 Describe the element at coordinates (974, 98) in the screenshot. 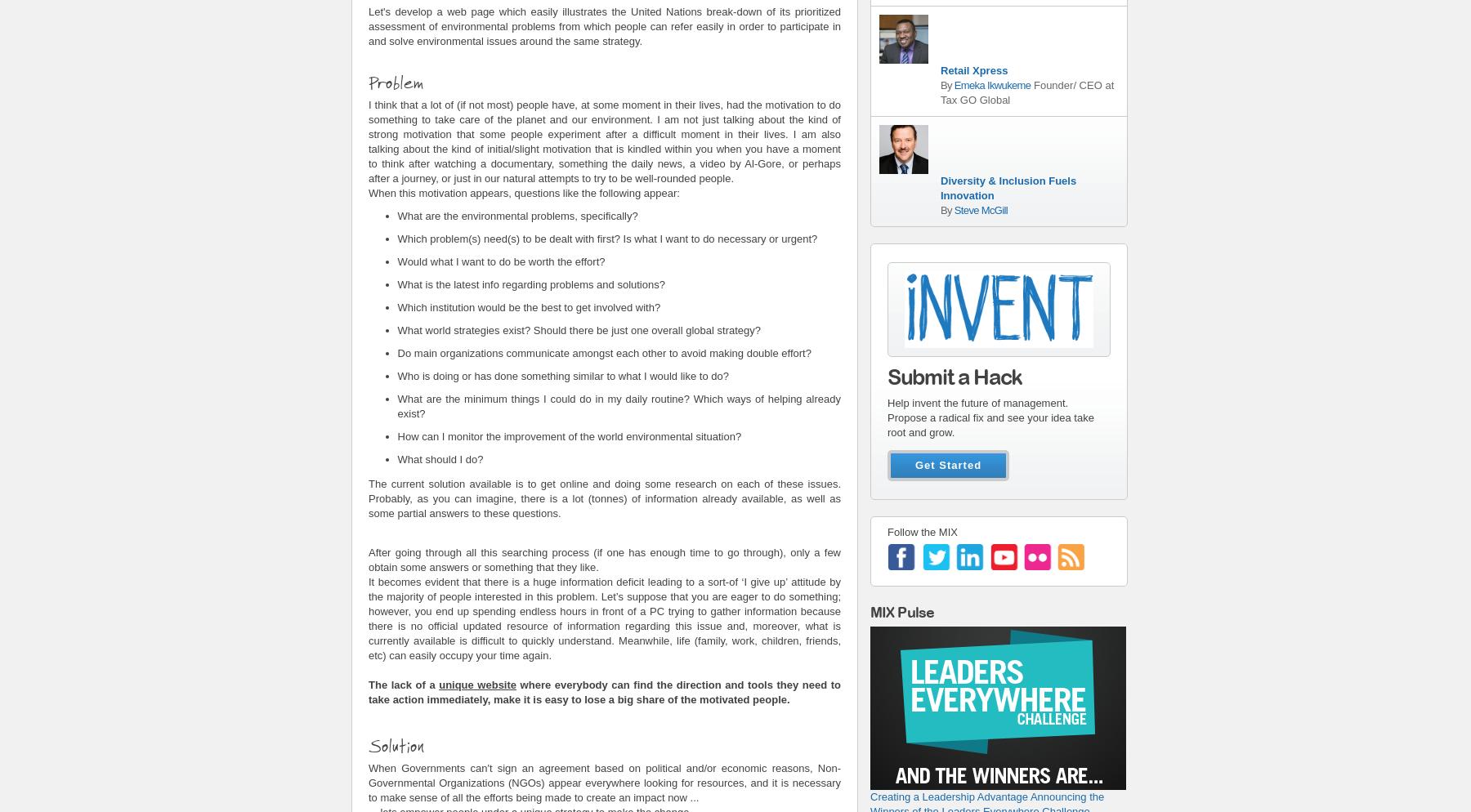

I see `'Tax GO Global'` at that location.